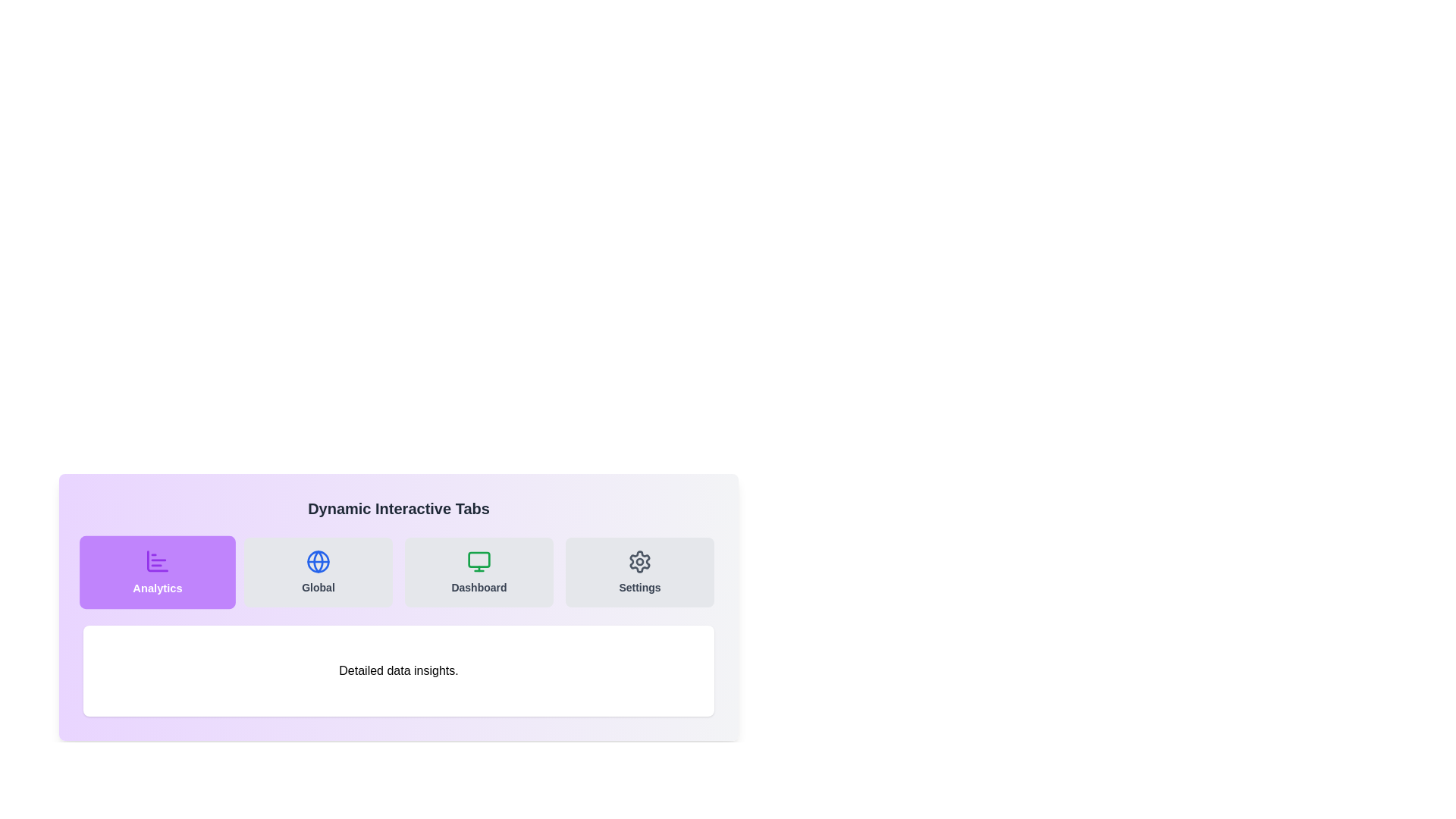  I want to click on the navigation button located on the far left of the grid layout, so click(157, 573).